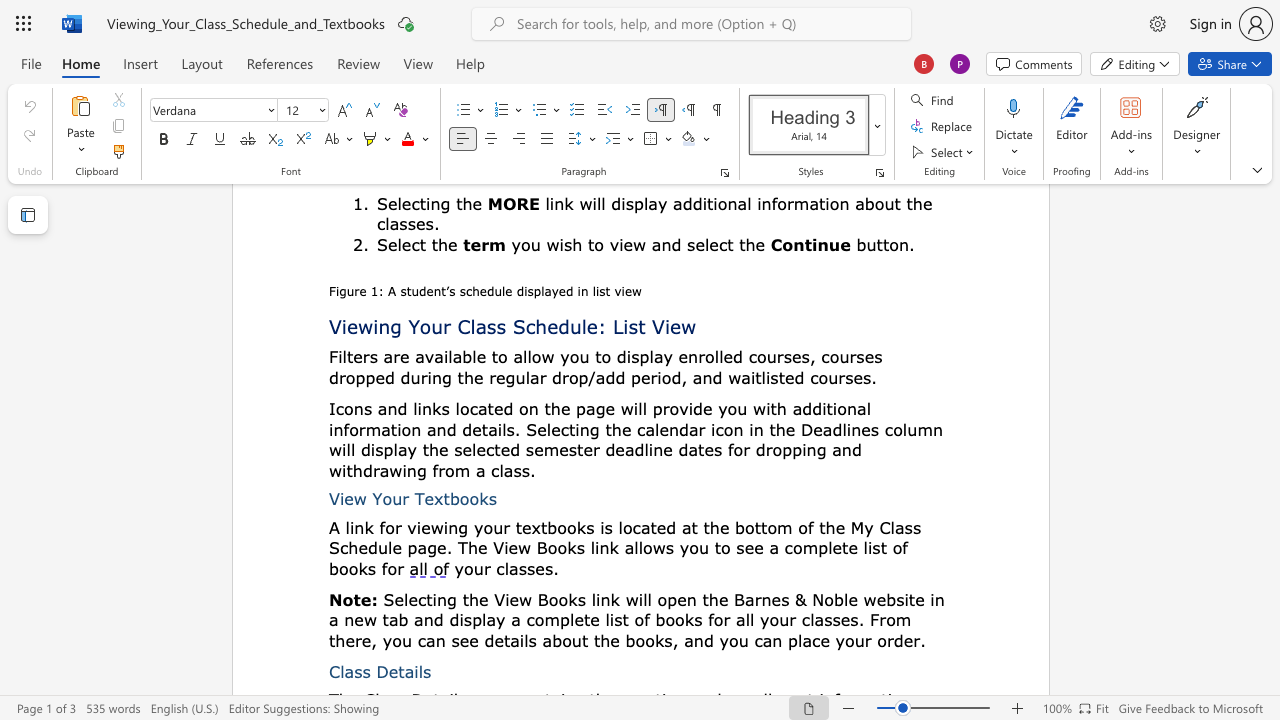 Image resolution: width=1280 pixels, height=720 pixels. What do you see at coordinates (437, 497) in the screenshot?
I see `the 1th character "x" in the text` at bounding box center [437, 497].